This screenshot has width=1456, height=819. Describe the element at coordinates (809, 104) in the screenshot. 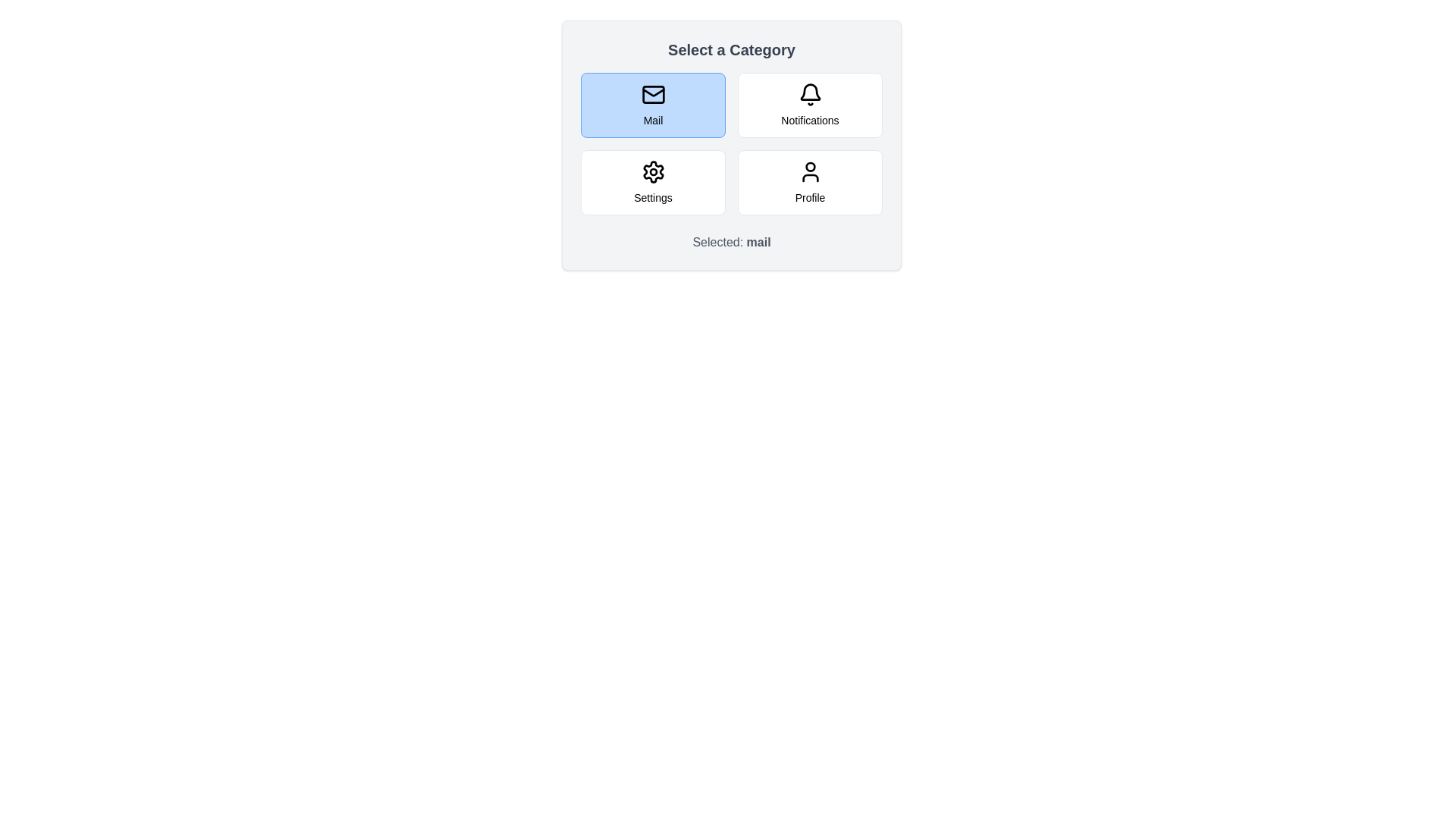

I see `the Notifications button to select it` at that location.